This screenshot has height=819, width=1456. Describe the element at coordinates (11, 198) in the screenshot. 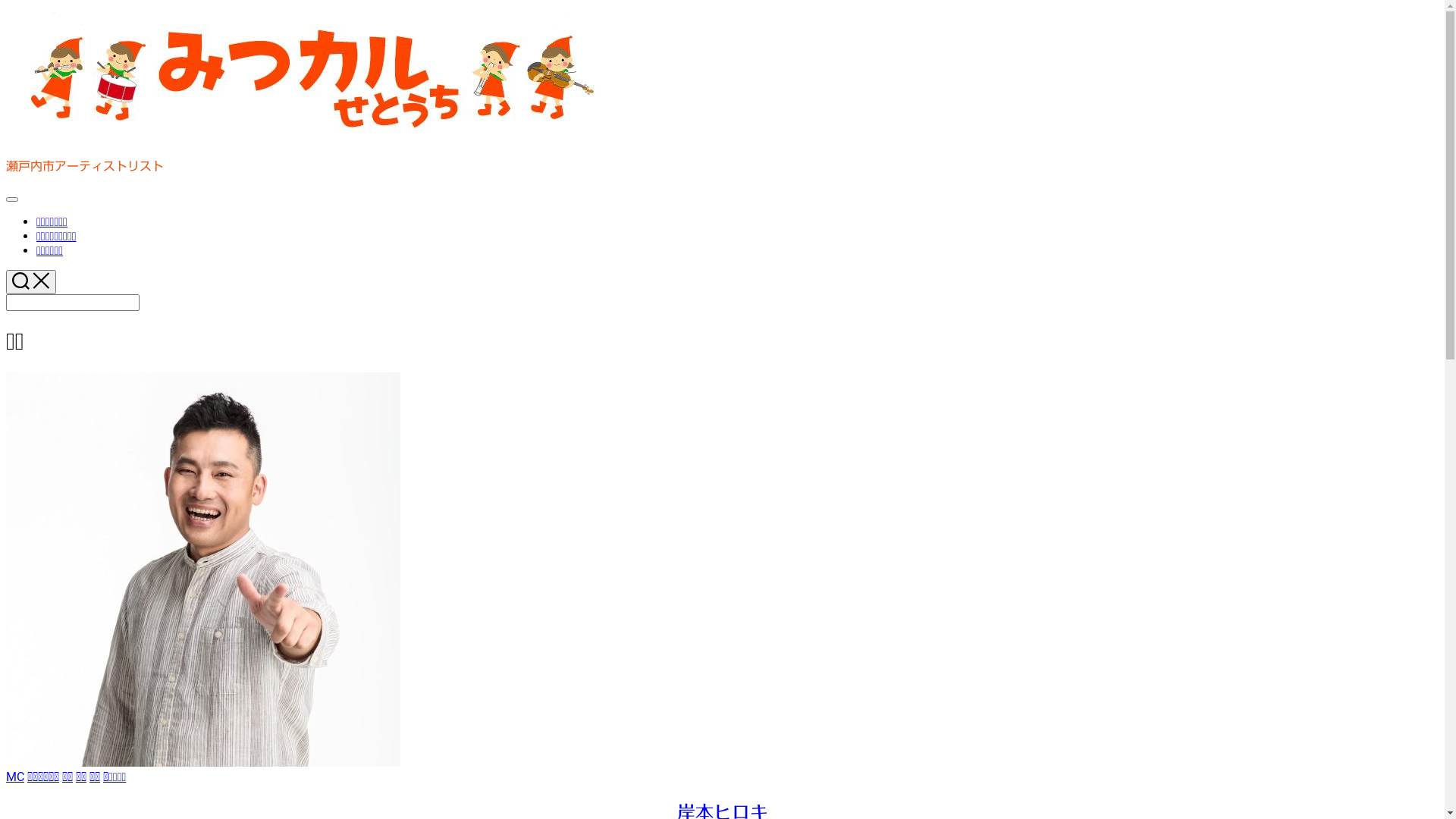

I see `'Expand Menu'` at that location.